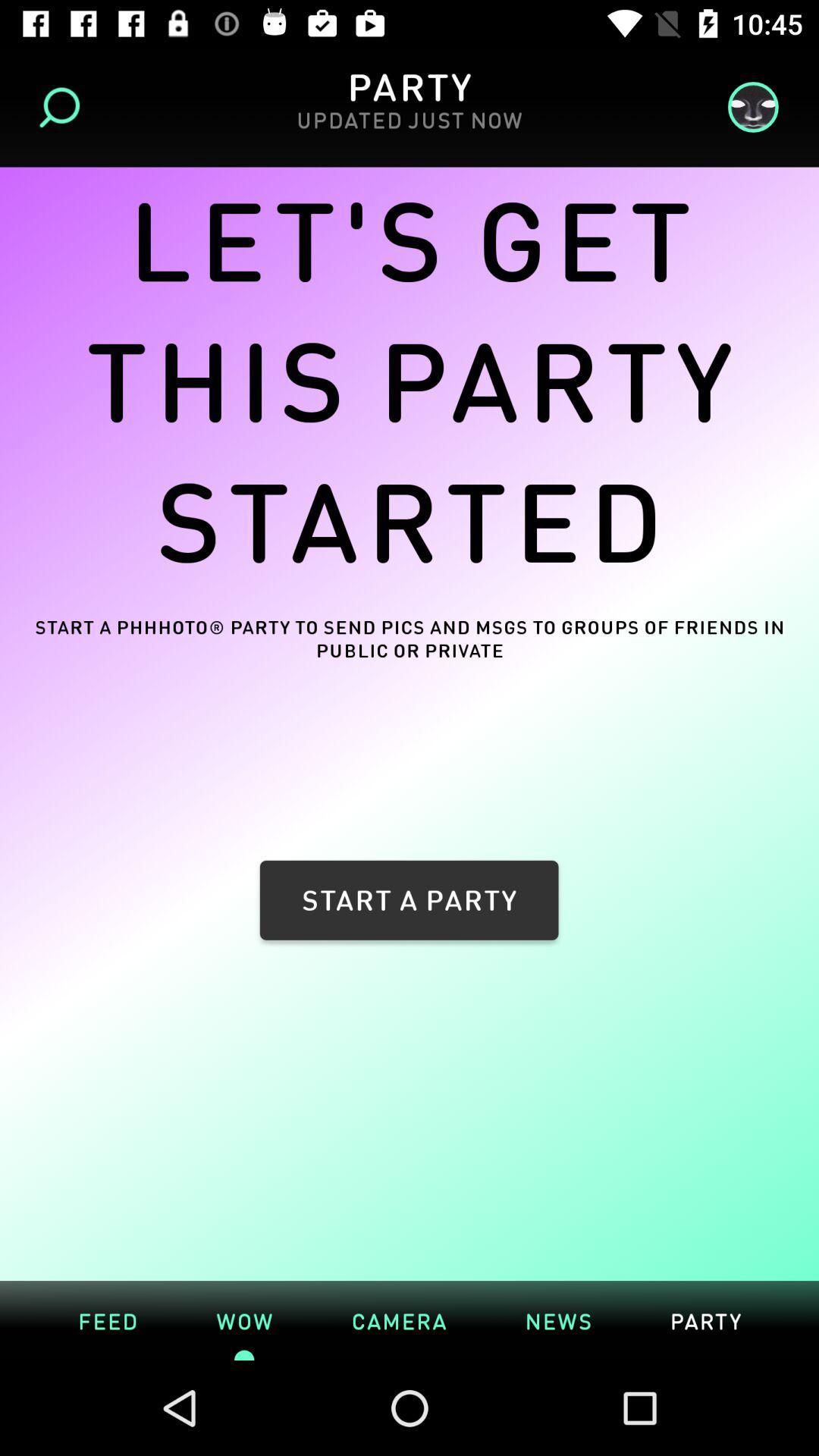  I want to click on camera icon, so click(398, 1319).